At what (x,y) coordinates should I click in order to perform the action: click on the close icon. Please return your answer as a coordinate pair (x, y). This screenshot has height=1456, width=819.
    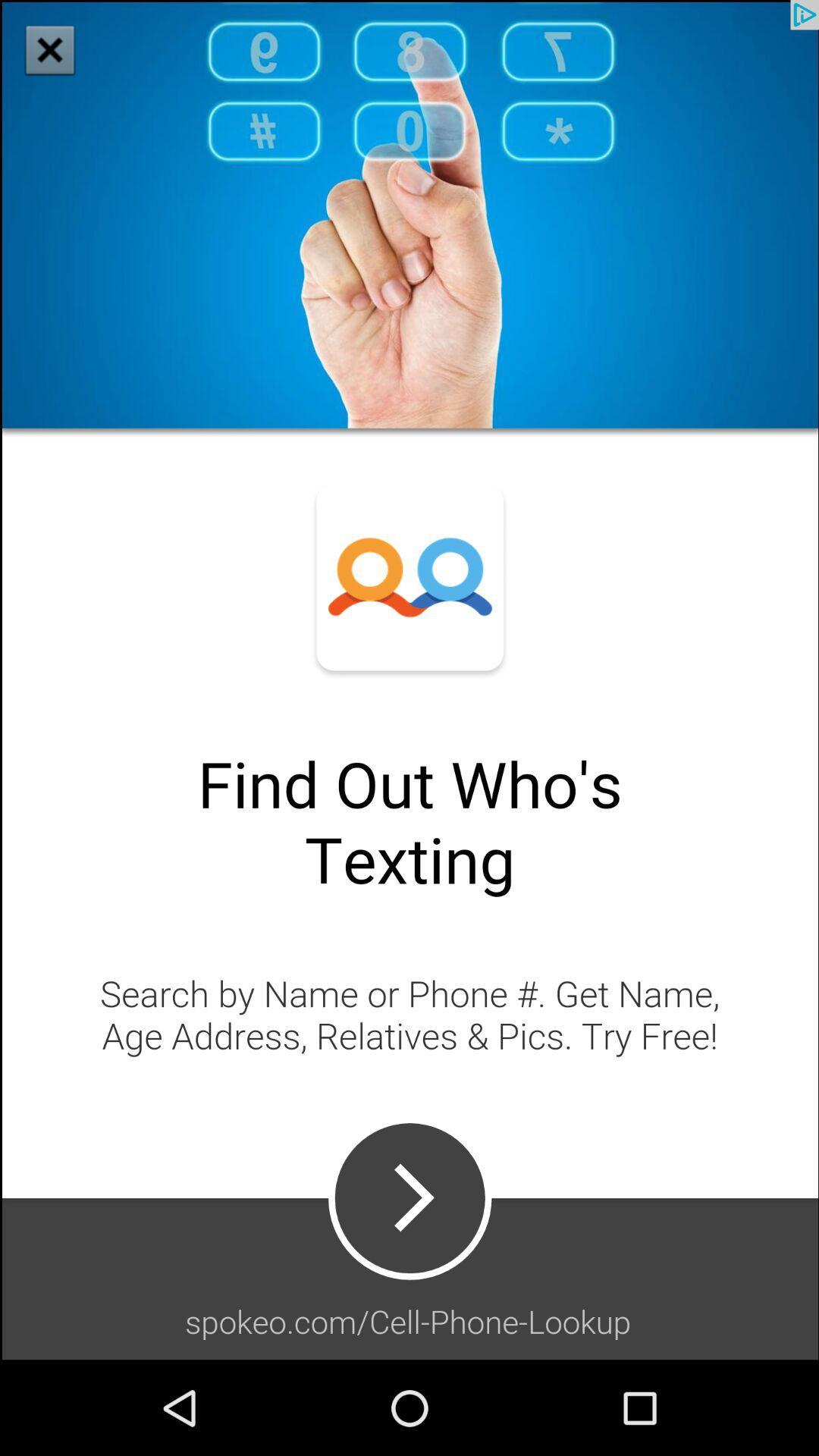
    Looking at the image, I should click on (49, 53).